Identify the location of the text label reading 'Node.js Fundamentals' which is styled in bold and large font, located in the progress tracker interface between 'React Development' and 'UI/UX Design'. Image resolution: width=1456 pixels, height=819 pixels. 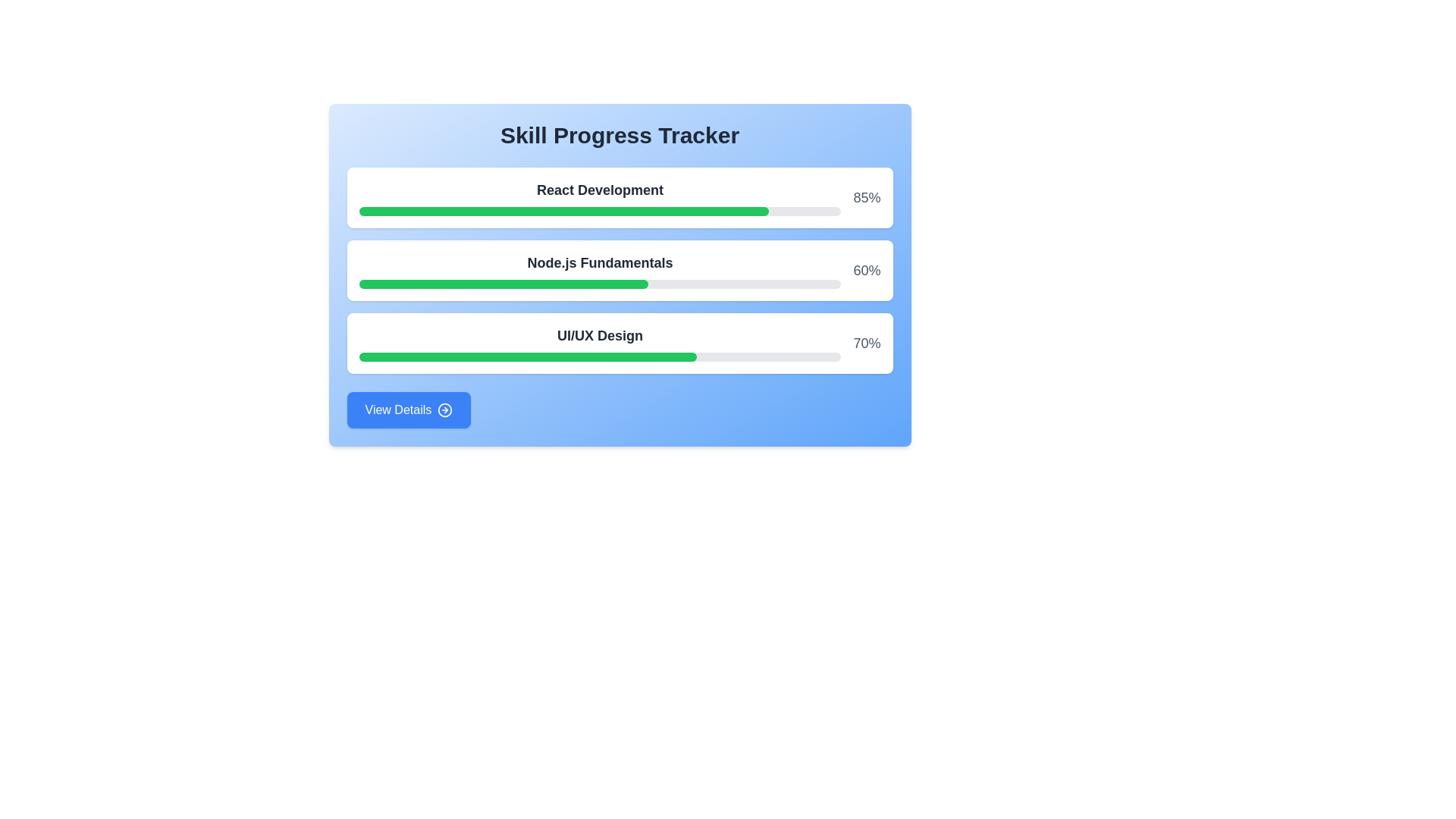
(599, 262).